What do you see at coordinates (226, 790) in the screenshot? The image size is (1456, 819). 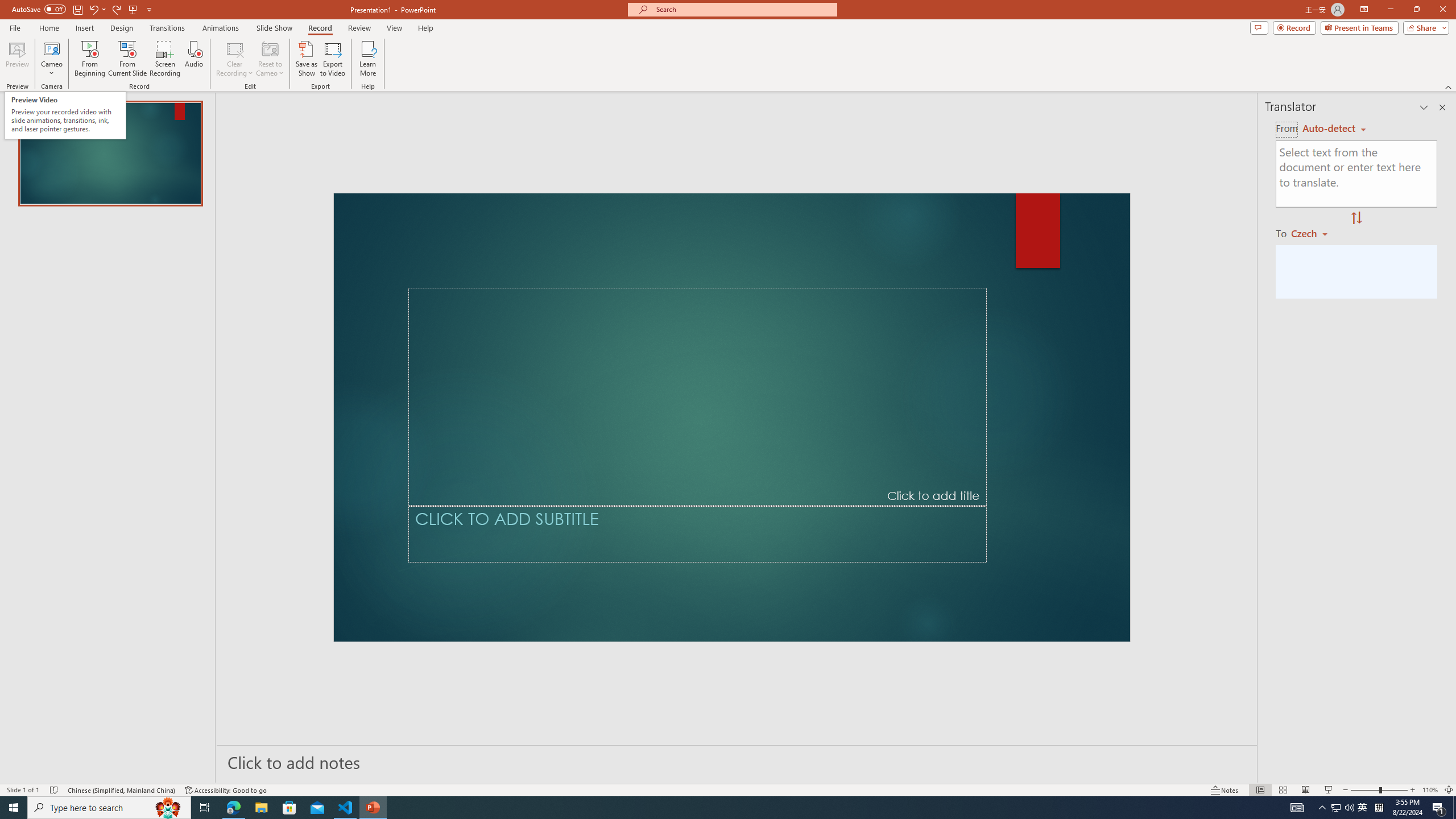 I see `'Accessibility Checker Accessibility: Good to go'` at bounding box center [226, 790].